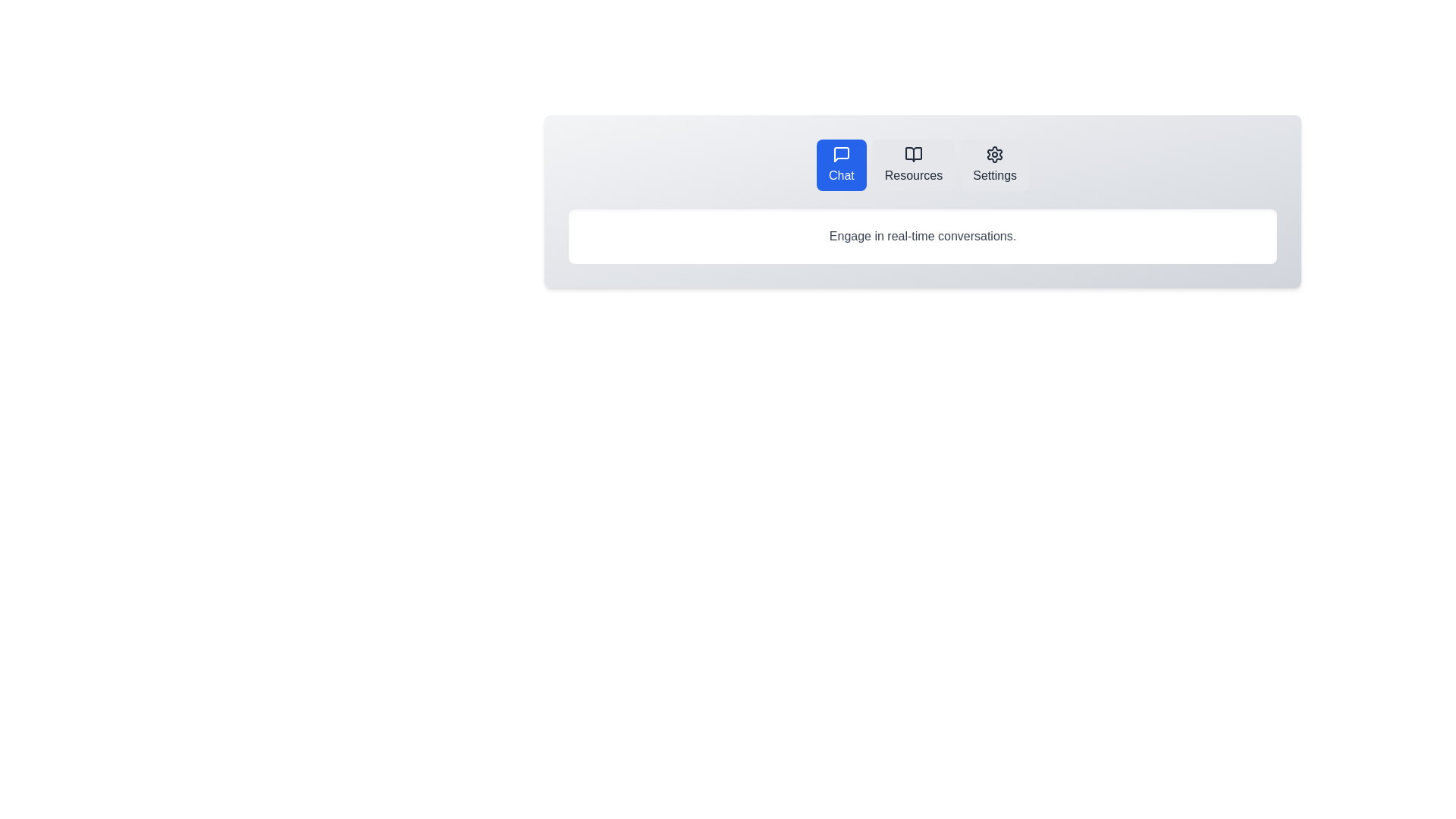 The image size is (1456, 819). What do you see at coordinates (995, 155) in the screenshot?
I see `the gear icon located in the 'Settings' section of the navigation bar` at bounding box center [995, 155].